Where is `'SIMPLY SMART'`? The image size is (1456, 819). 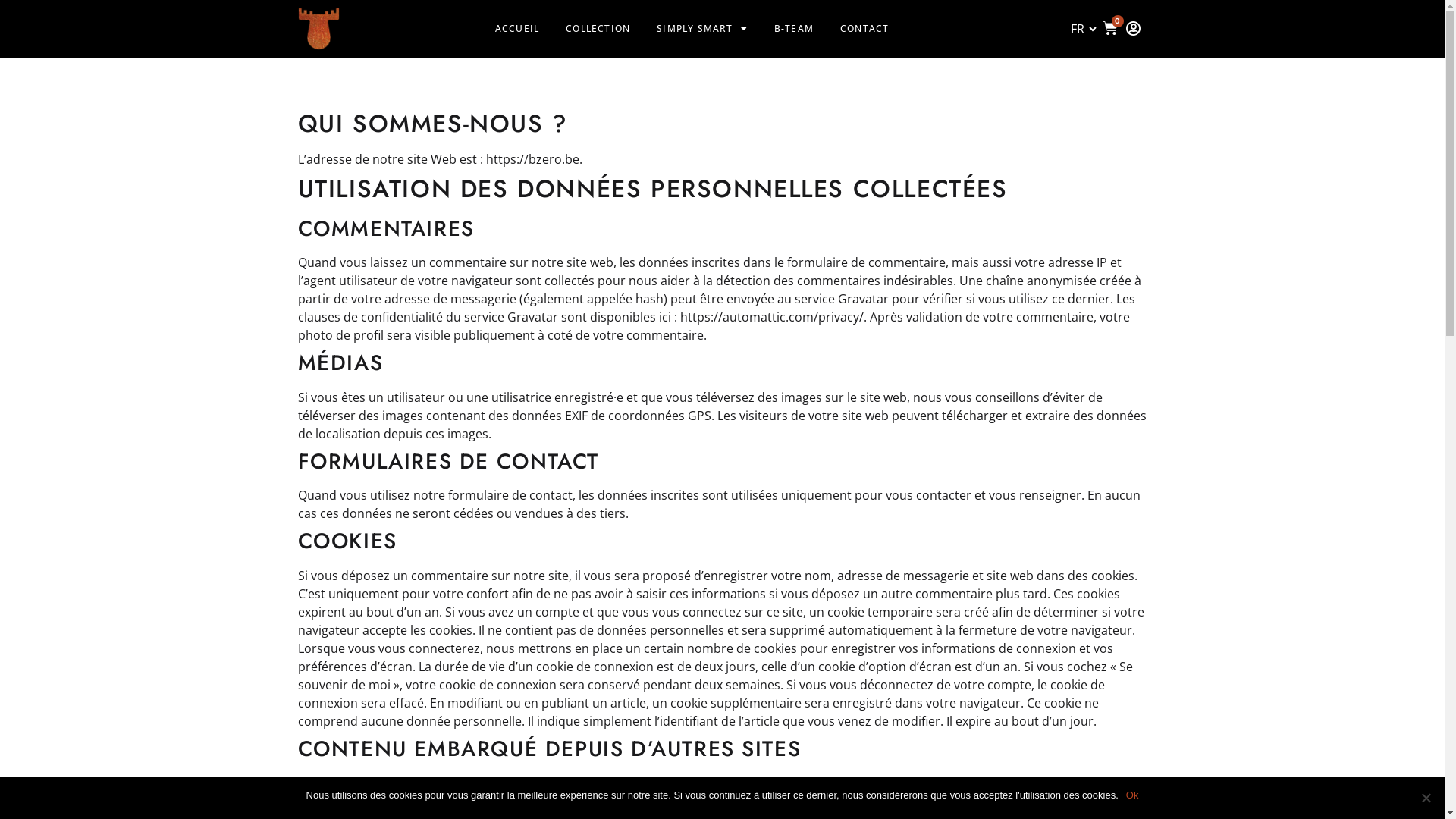 'SIMPLY SMART' is located at coordinates (701, 29).